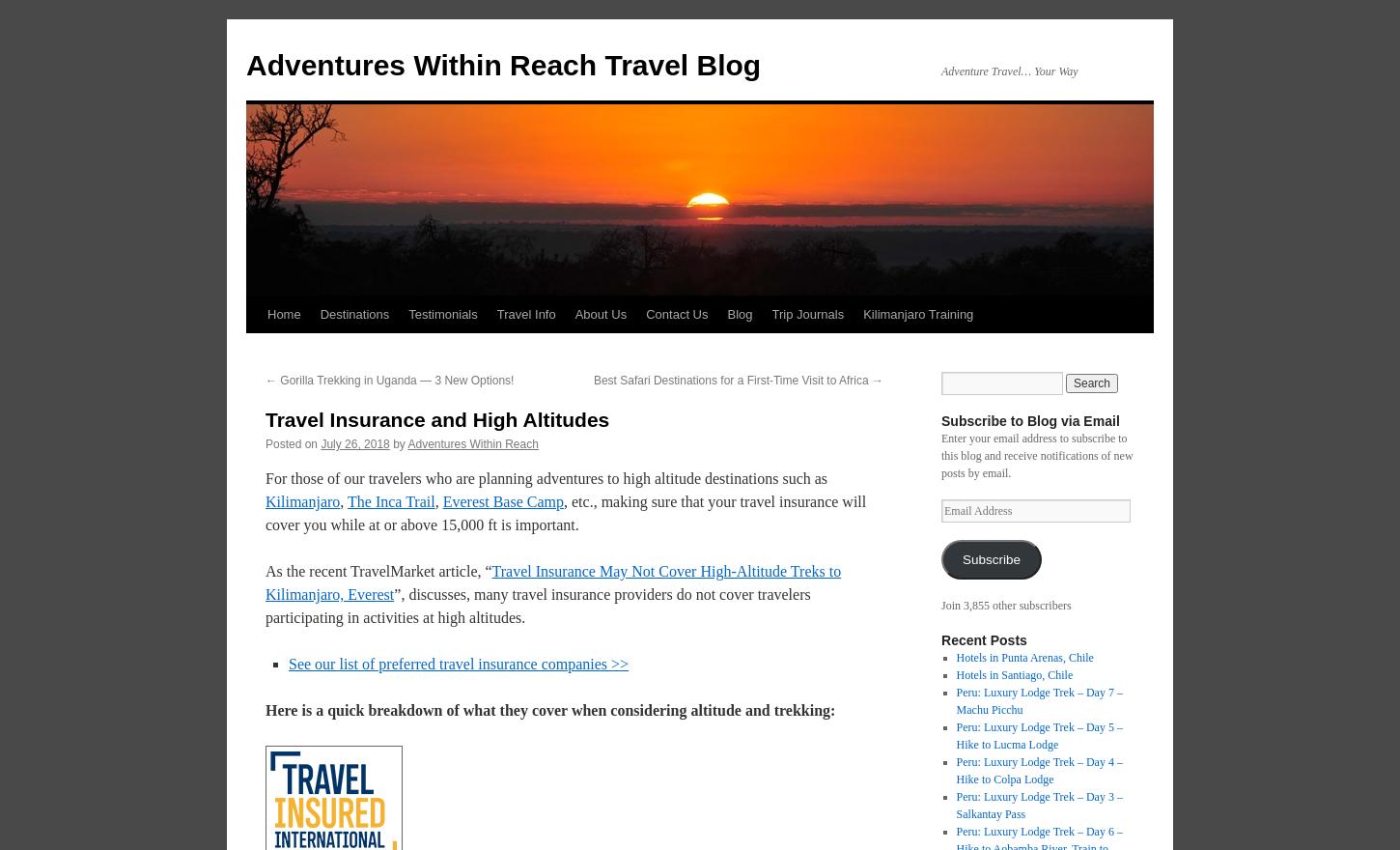 Image resolution: width=1400 pixels, height=850 pixels. What do you see at coordinates (276, 379) in the screenshot?
I see `'Gorilla Trekking in Uganda — 3 New Options!'` at bounding box center [276, 379].